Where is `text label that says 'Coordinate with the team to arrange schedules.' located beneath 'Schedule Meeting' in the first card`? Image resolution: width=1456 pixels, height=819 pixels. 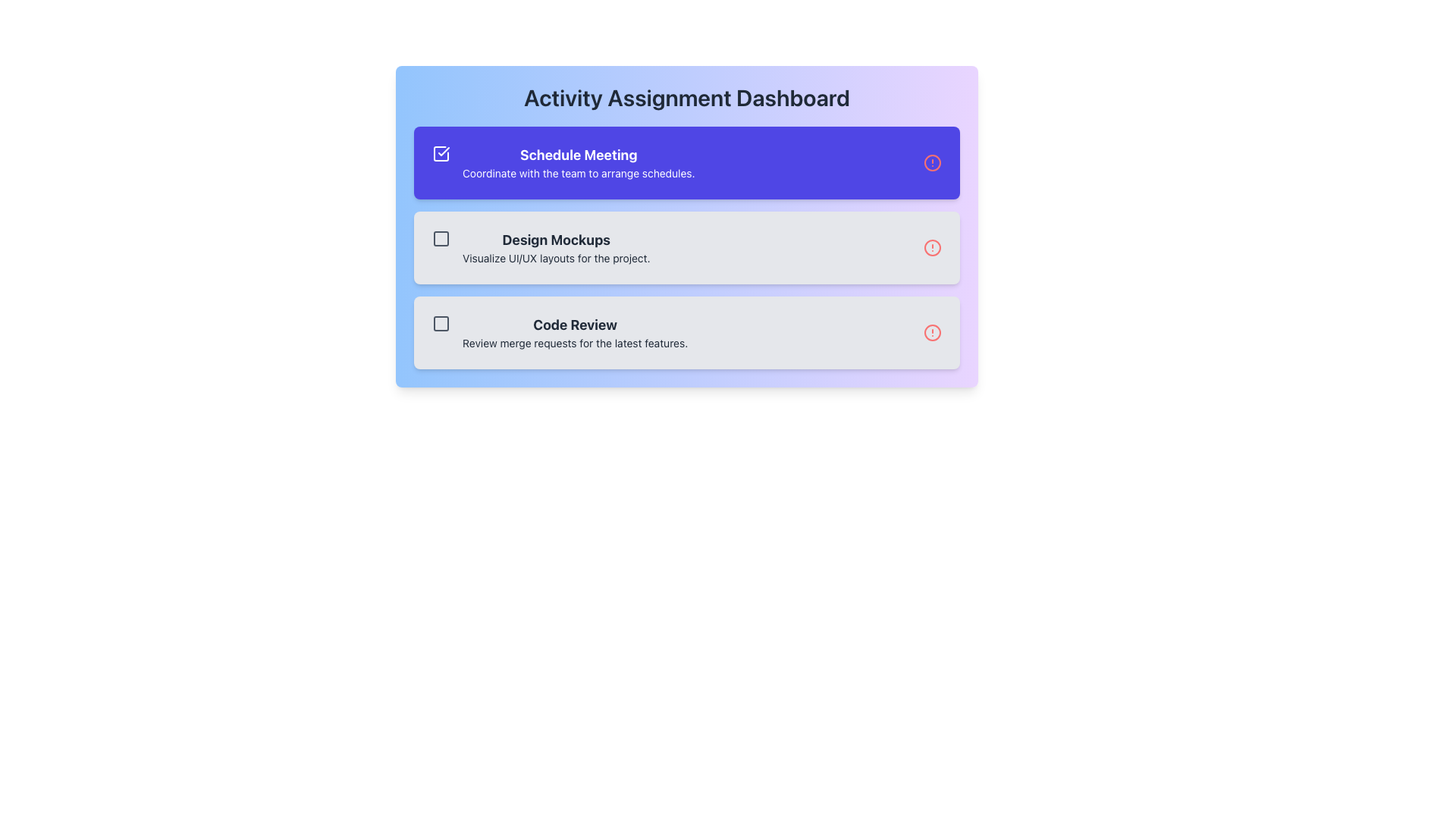
text label that says 'Coordinate with the team to arrange schedules.' located beneath 'Schedule Meeting' in the first card is located at coordinates (578, 172).